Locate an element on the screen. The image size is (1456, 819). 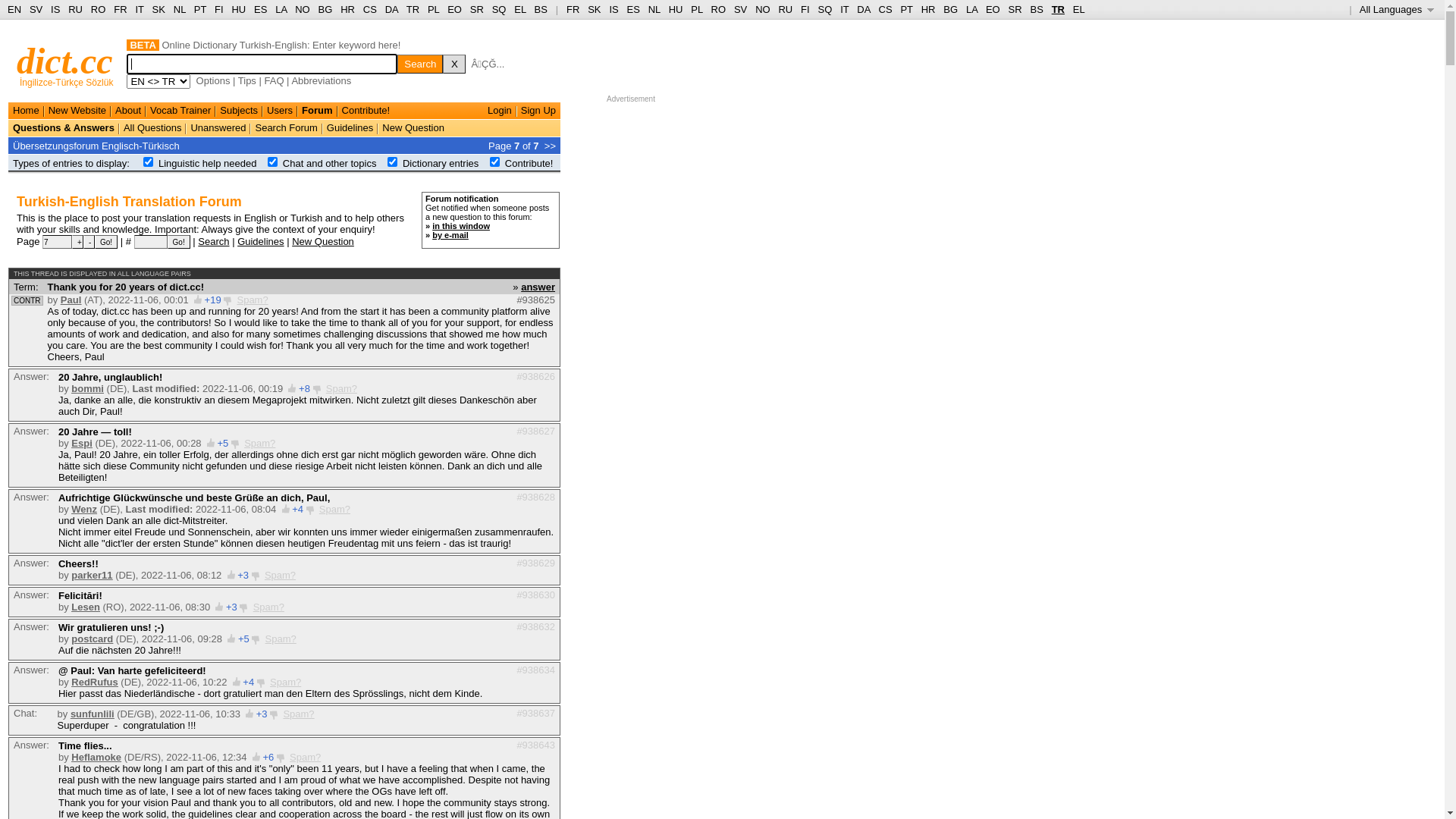
'Unanswered' is located at coordinates (217, 127).